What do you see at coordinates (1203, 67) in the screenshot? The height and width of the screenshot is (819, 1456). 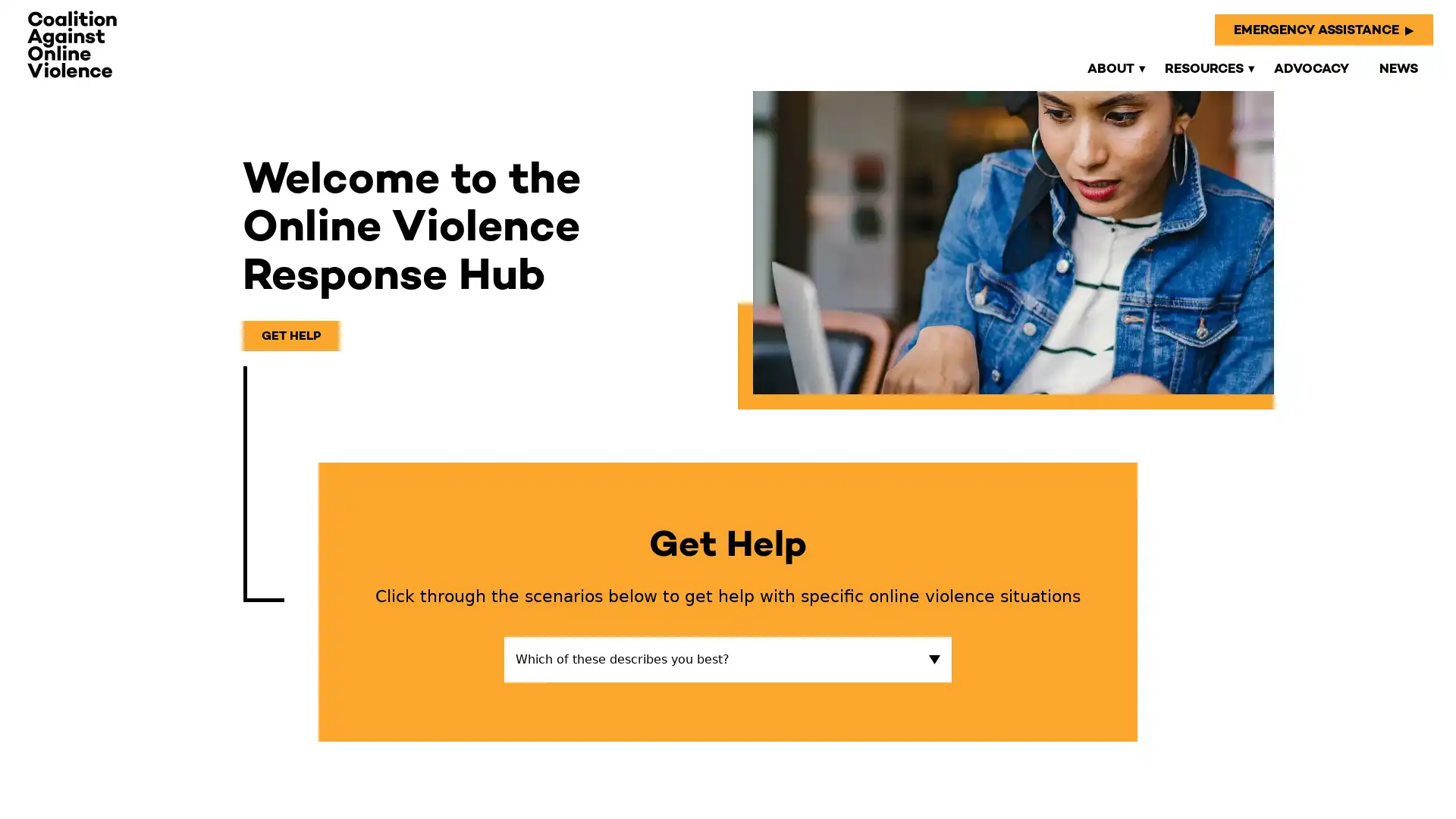 I see `RESOURCES` at bounding box center [1203, 67].